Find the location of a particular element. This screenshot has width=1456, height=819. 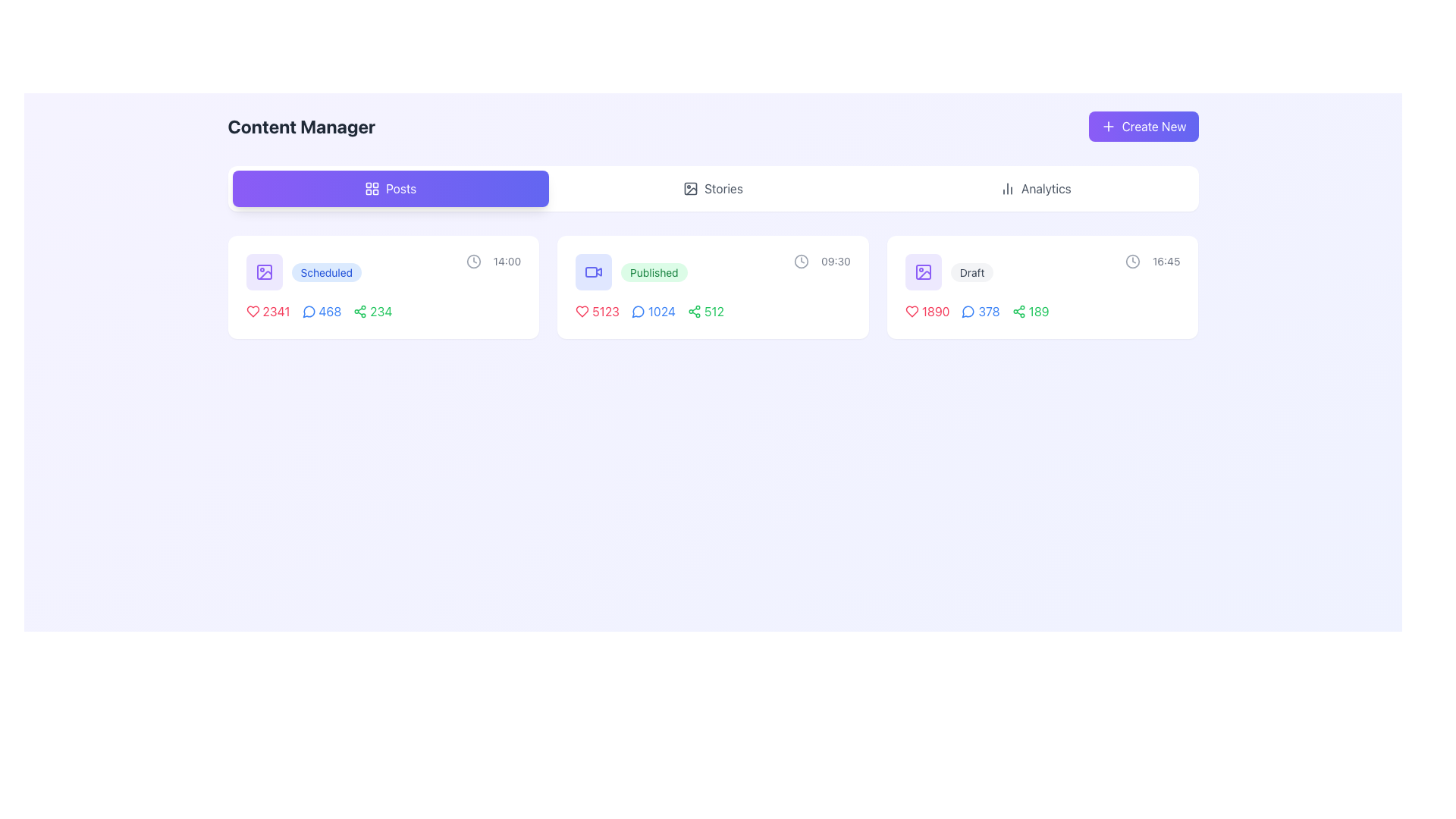

the 'Scheduled' badge element with a light blue background located in the first card under the 'Posts' tab is located at coordinates (325, 271).